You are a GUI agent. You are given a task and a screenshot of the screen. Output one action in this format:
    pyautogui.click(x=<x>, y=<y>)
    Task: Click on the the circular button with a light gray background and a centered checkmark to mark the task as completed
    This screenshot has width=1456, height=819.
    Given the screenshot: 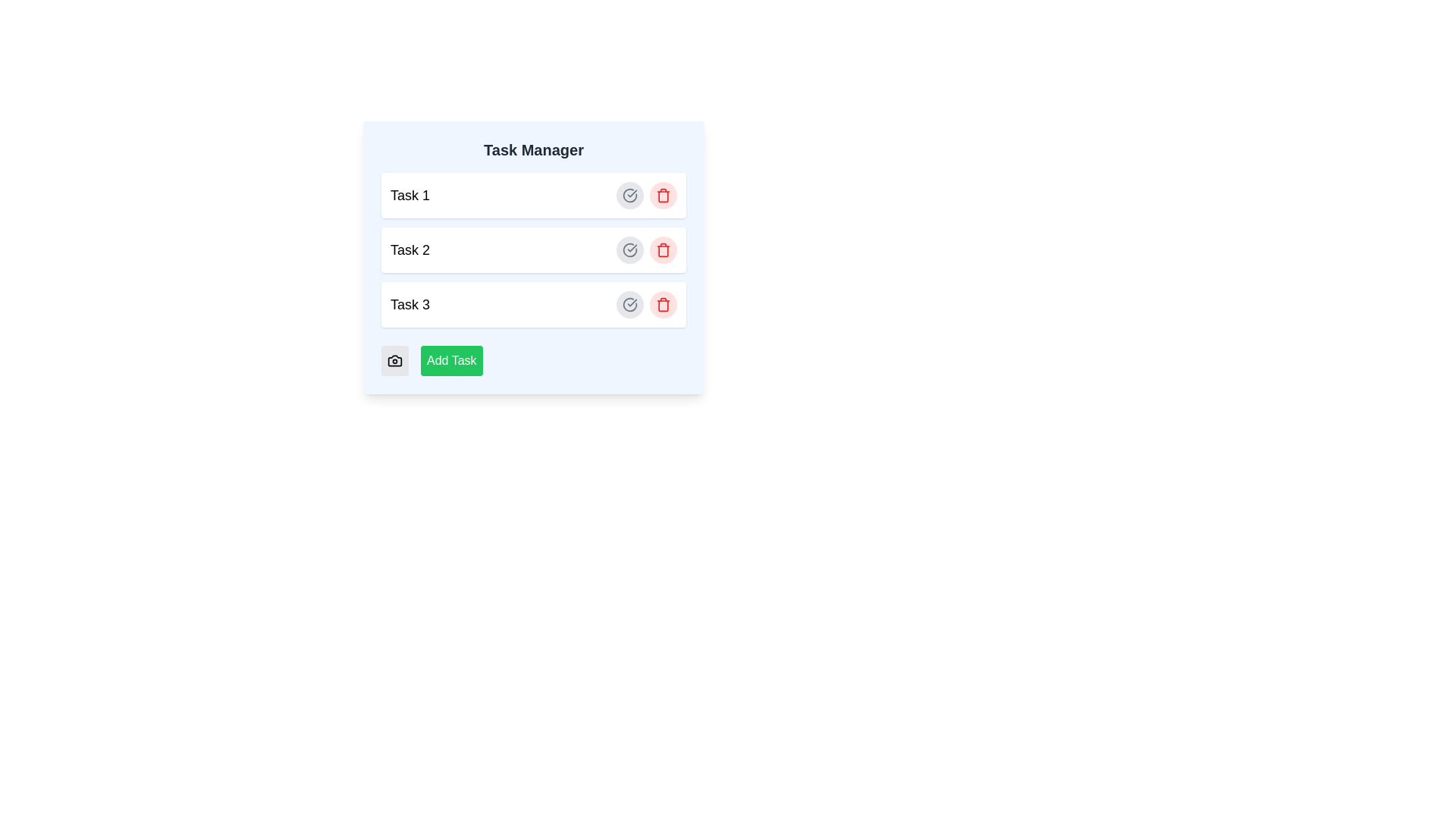 What is the action you would take?
    pyautogui.click(x=629, y=304)
    